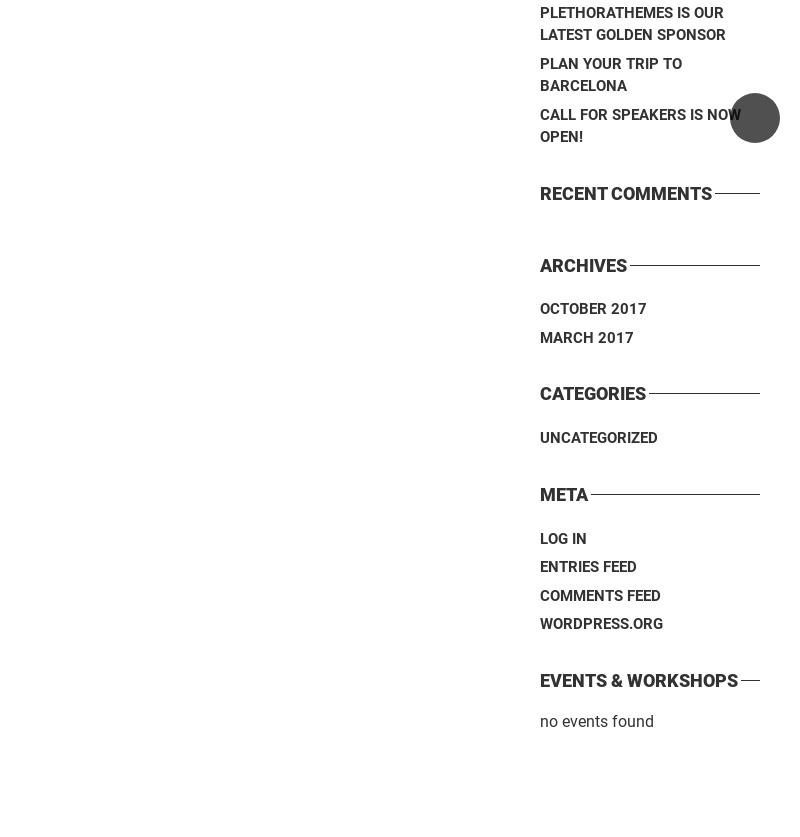  What do you see at coordinates (540, 336) in the screenshot?
I see `'March 2017'` at bounding box center [540, 336].